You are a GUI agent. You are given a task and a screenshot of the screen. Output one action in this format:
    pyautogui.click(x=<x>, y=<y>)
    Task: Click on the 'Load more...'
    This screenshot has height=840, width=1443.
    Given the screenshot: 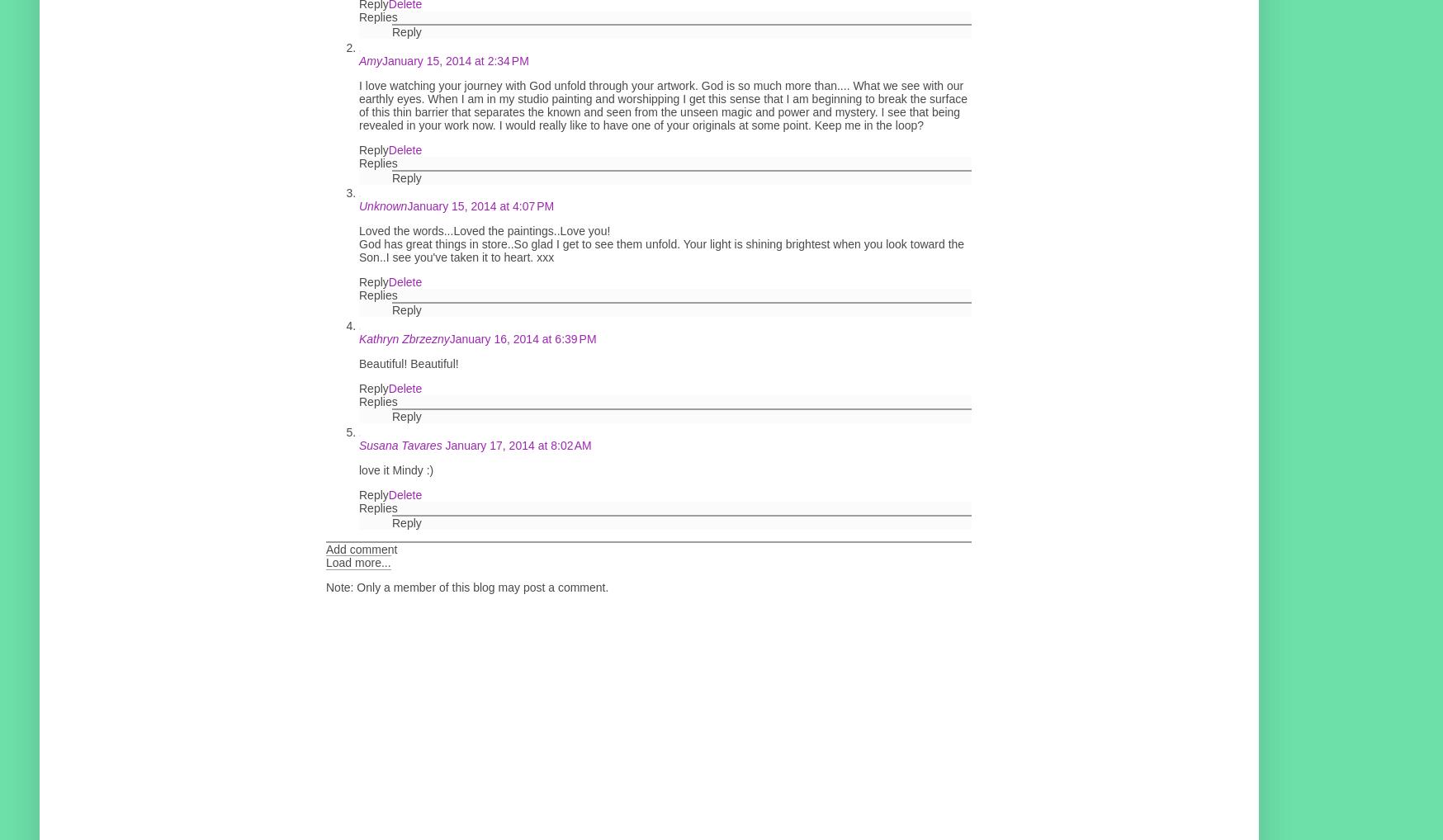 What is the action you would take?
    pyautogui.click(x=358, y=562)
    